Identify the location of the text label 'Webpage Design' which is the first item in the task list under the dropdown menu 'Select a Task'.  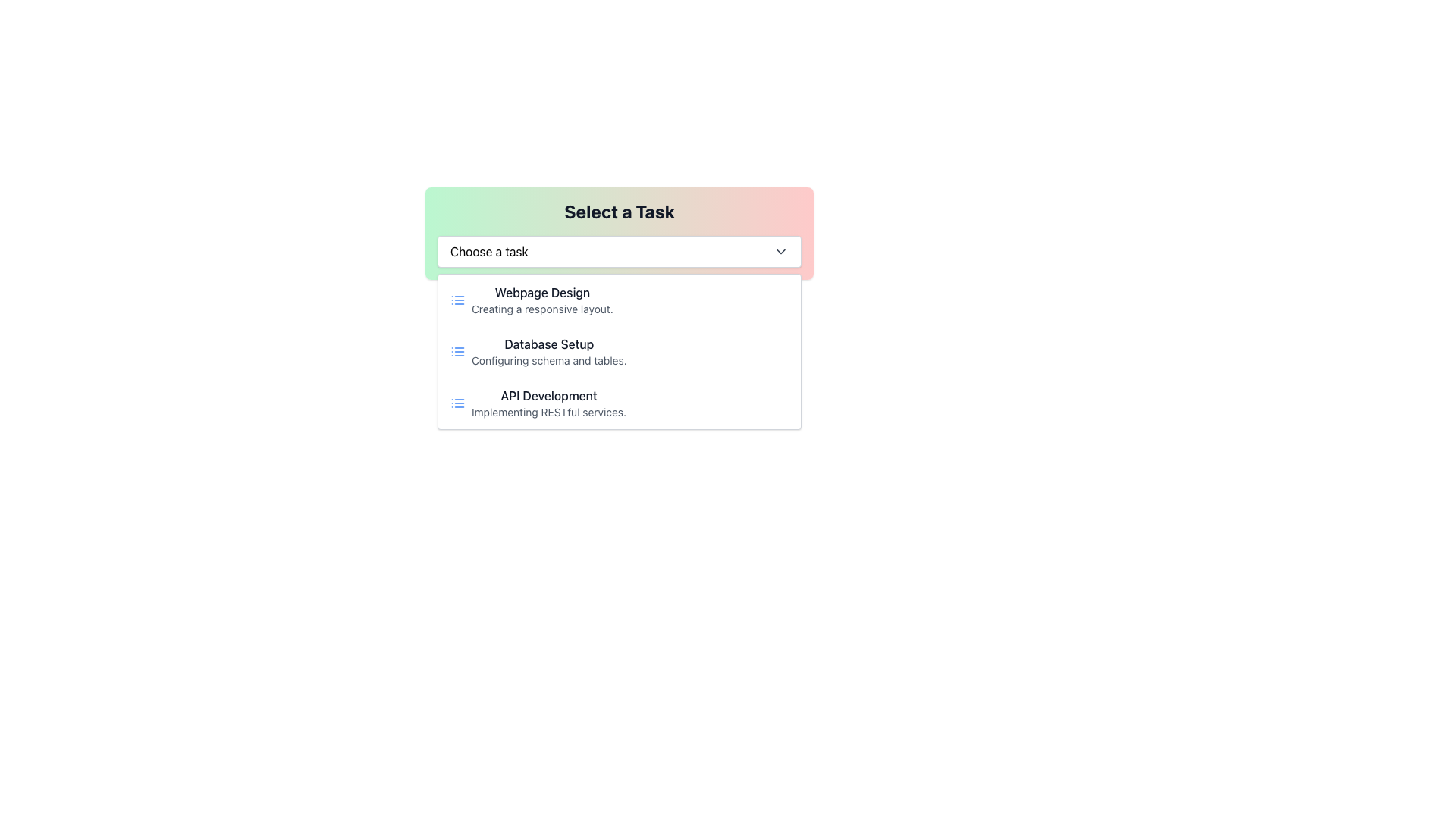
(542, 292).